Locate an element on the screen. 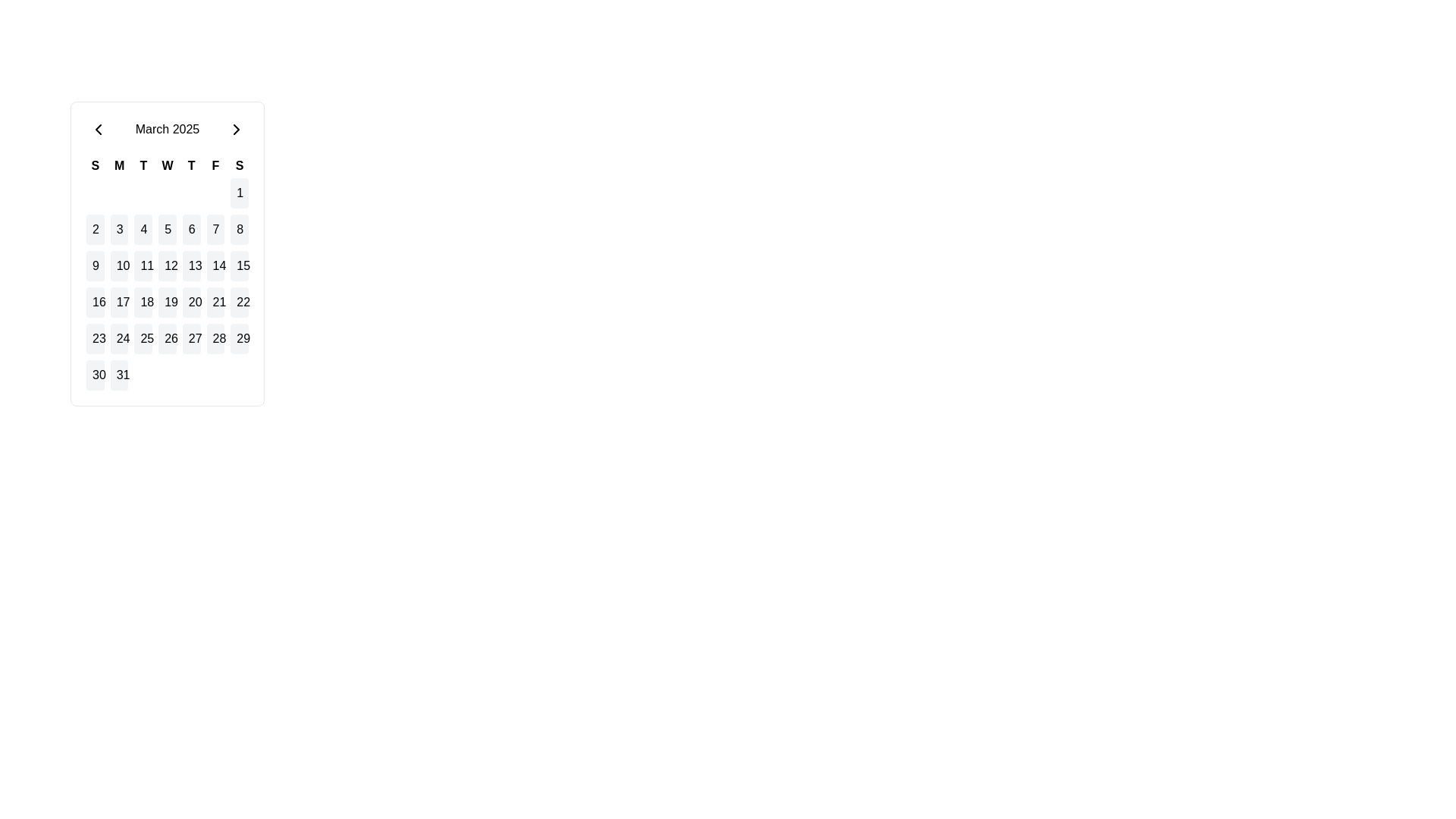 The image size is (1456, 819). the square button labeled '31' with a gray background located in the last row, second column of the calendar grid is located at coordinates (118, 375).